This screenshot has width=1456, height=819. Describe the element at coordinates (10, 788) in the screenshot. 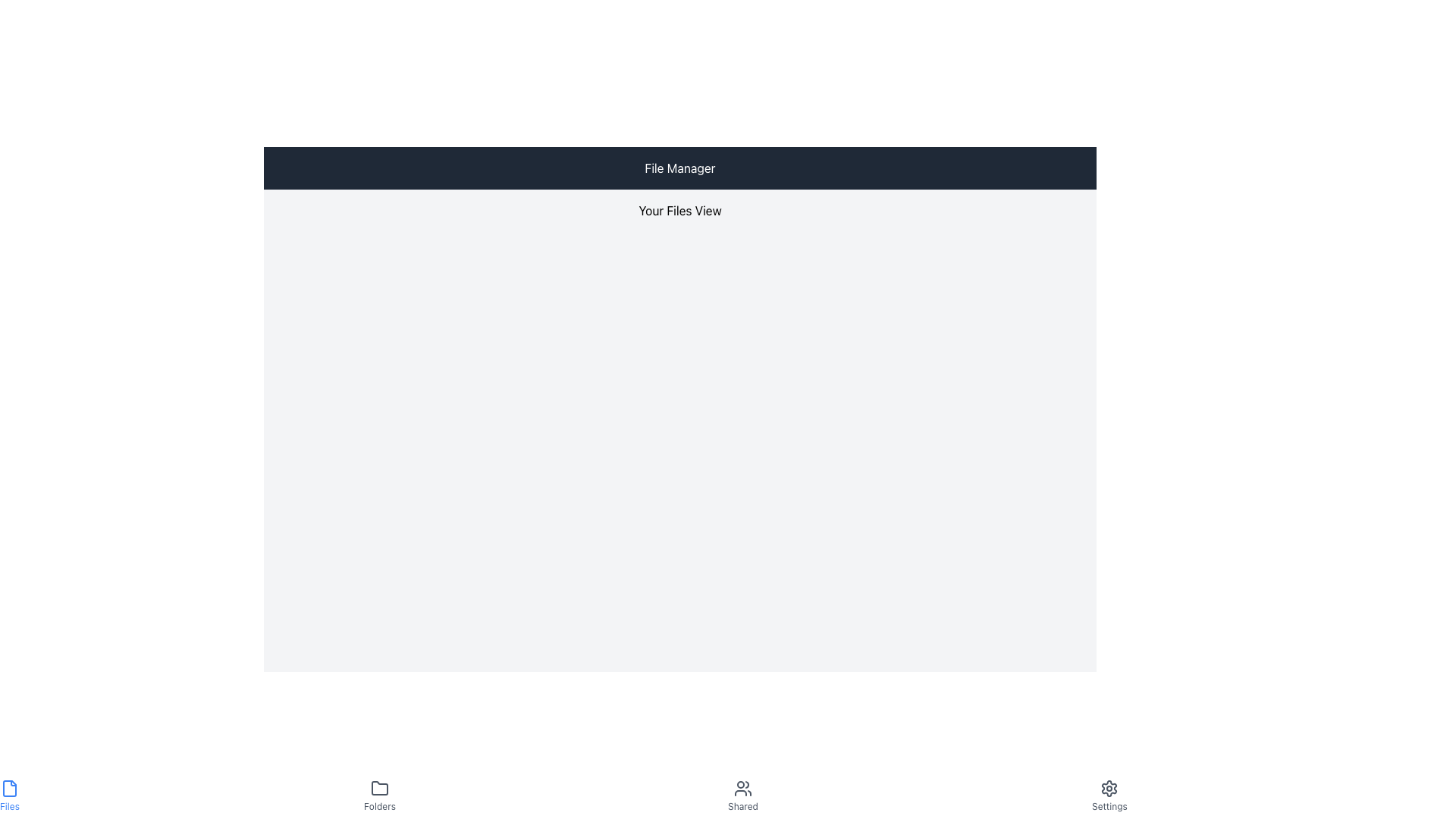

I see `the 'Files' SVG Icon in the bottom left corner of the navigation bar` at that location.